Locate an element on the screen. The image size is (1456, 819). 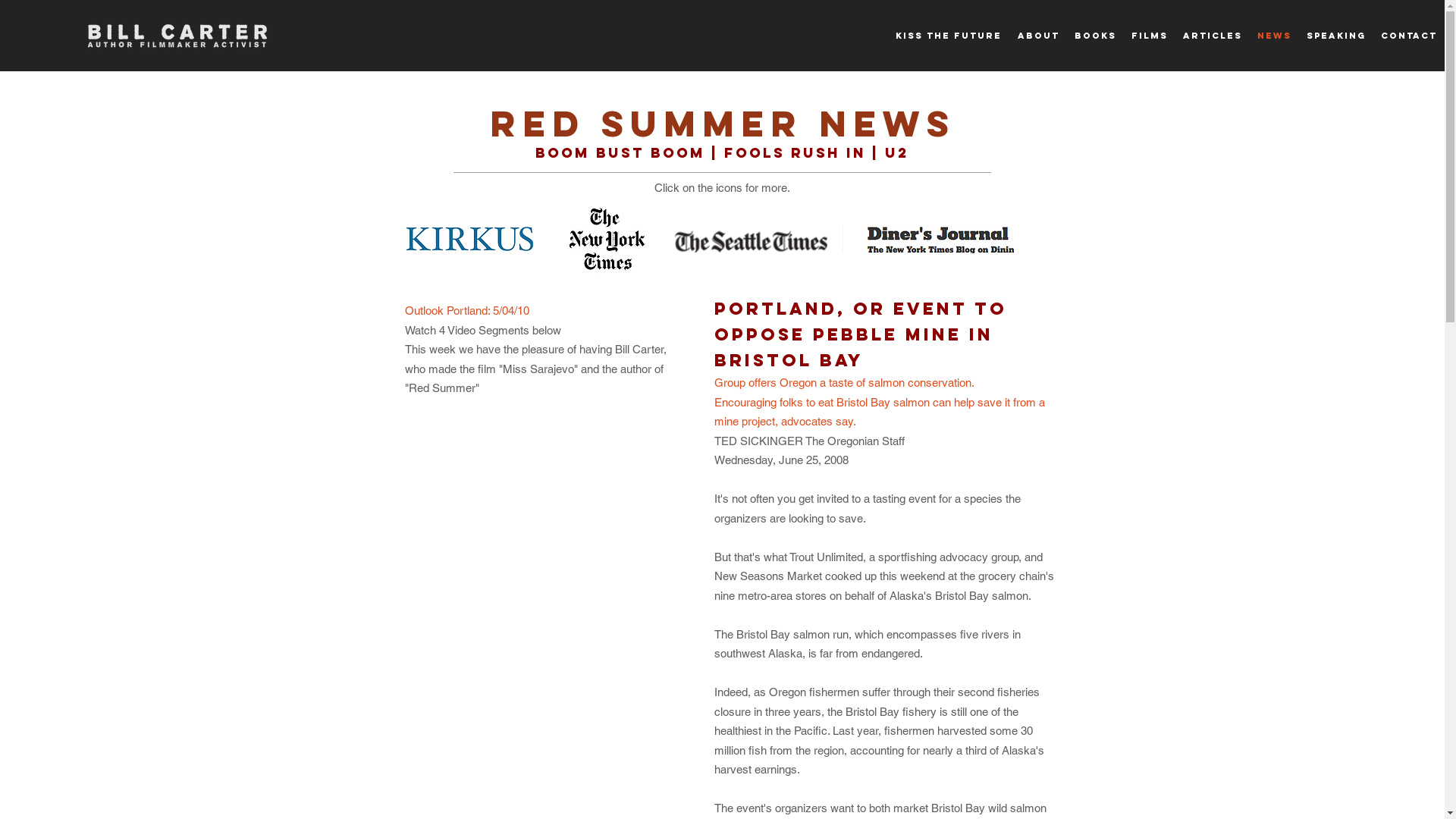
'ARTICLES' is located at coordinates (1211, 34).